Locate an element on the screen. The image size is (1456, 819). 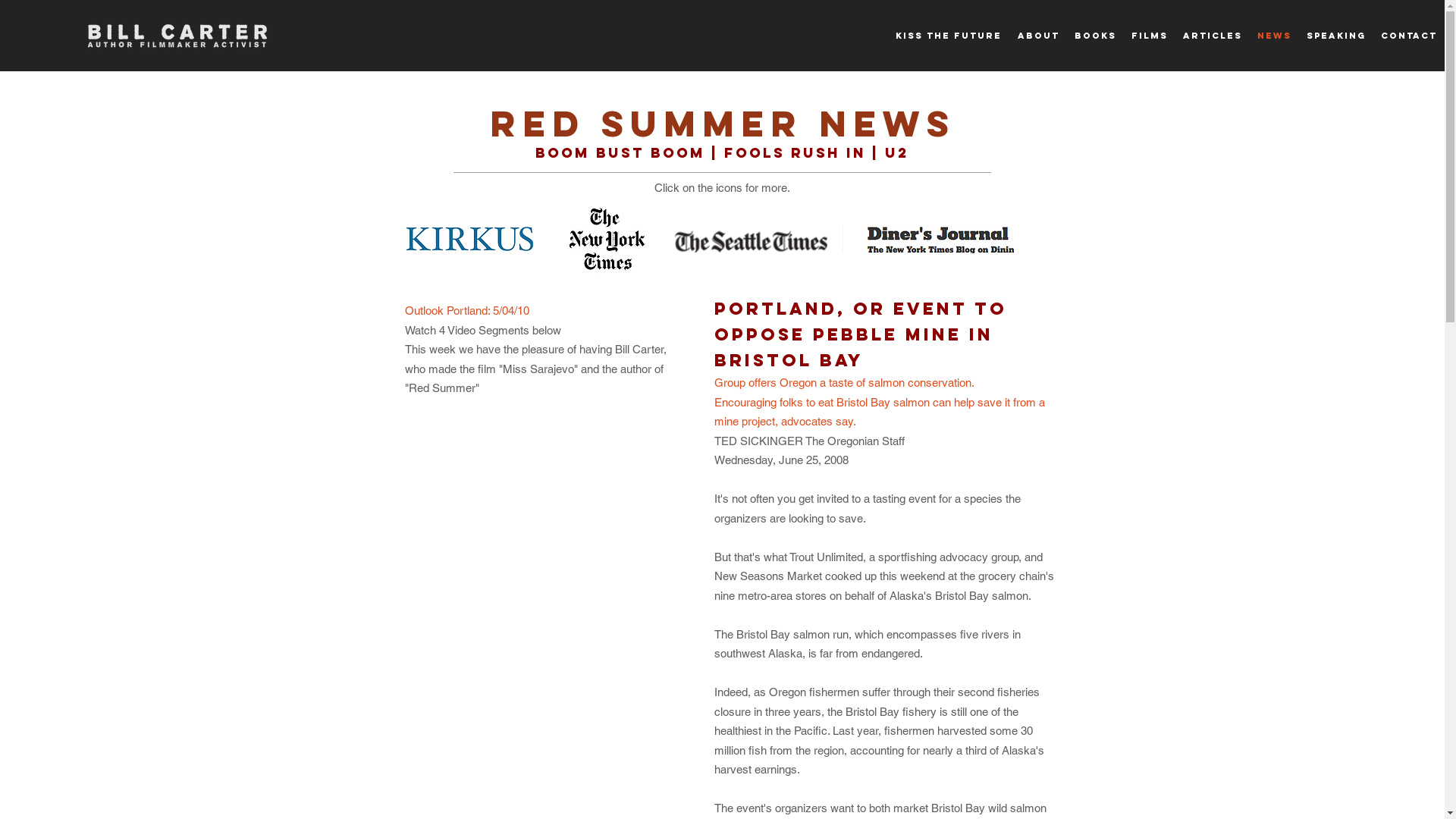
'ARTICLES' is located at coordinates (1211, 34).